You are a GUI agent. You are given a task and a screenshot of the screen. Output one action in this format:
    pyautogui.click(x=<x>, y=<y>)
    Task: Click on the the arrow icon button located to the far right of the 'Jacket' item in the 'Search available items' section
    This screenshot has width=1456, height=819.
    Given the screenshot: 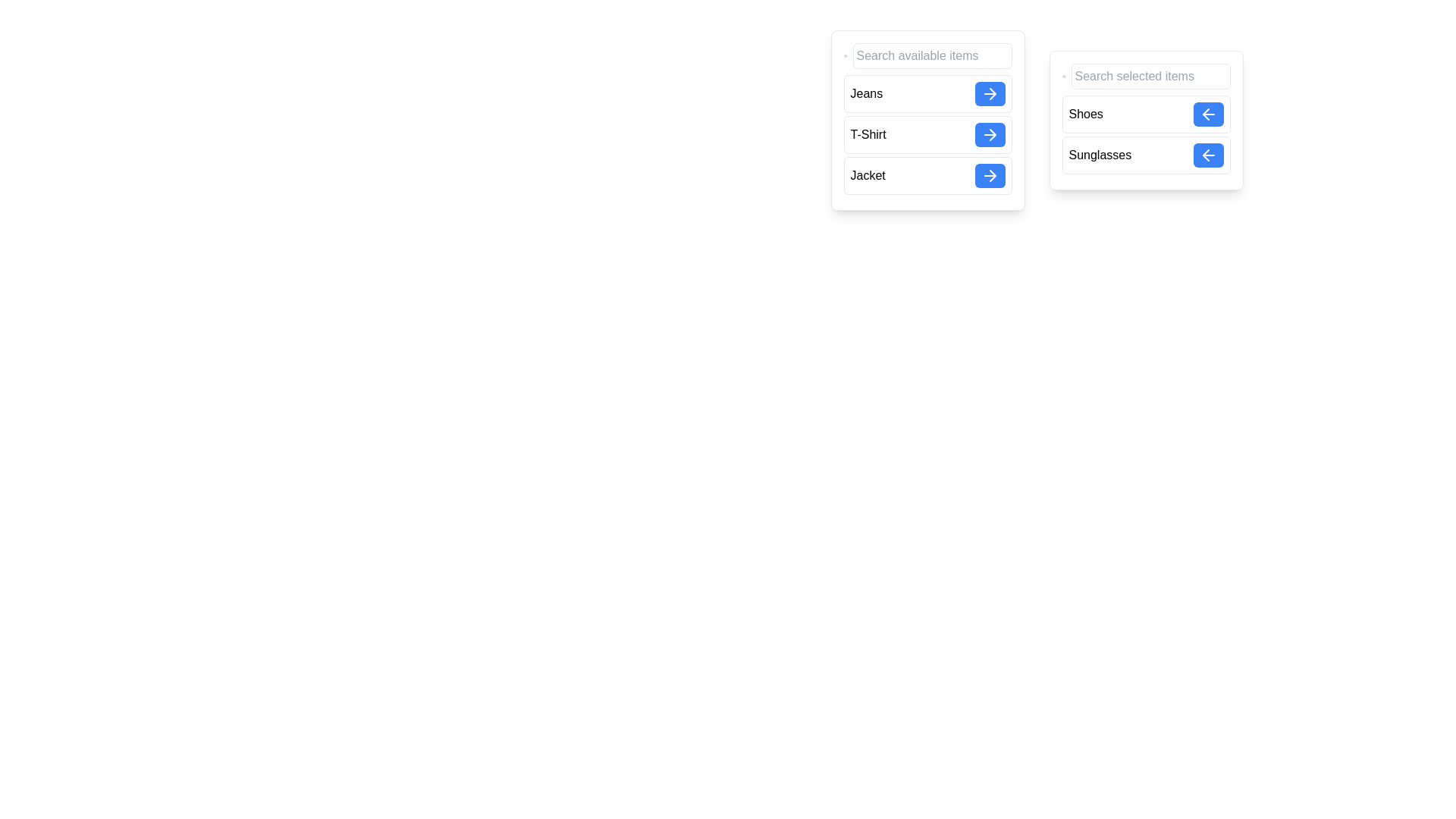 What is the action you would take?
    pyautogui.click(x=990, y=174)
    